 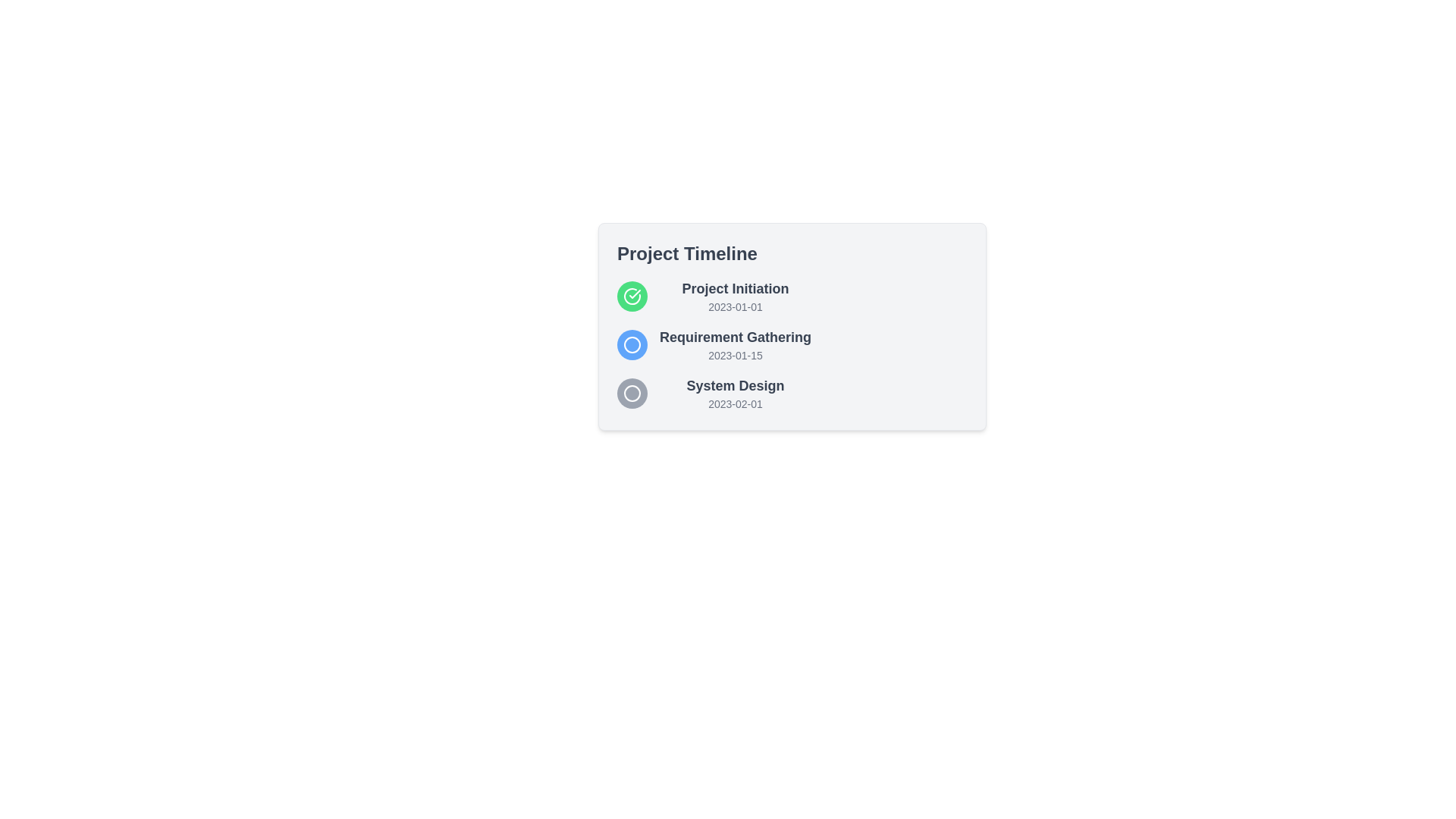 I want to click on the central timeline entry labeled 'Requirement Gathering' with the date '2023-01-15' to focus on it, so click(x=792, y=326).